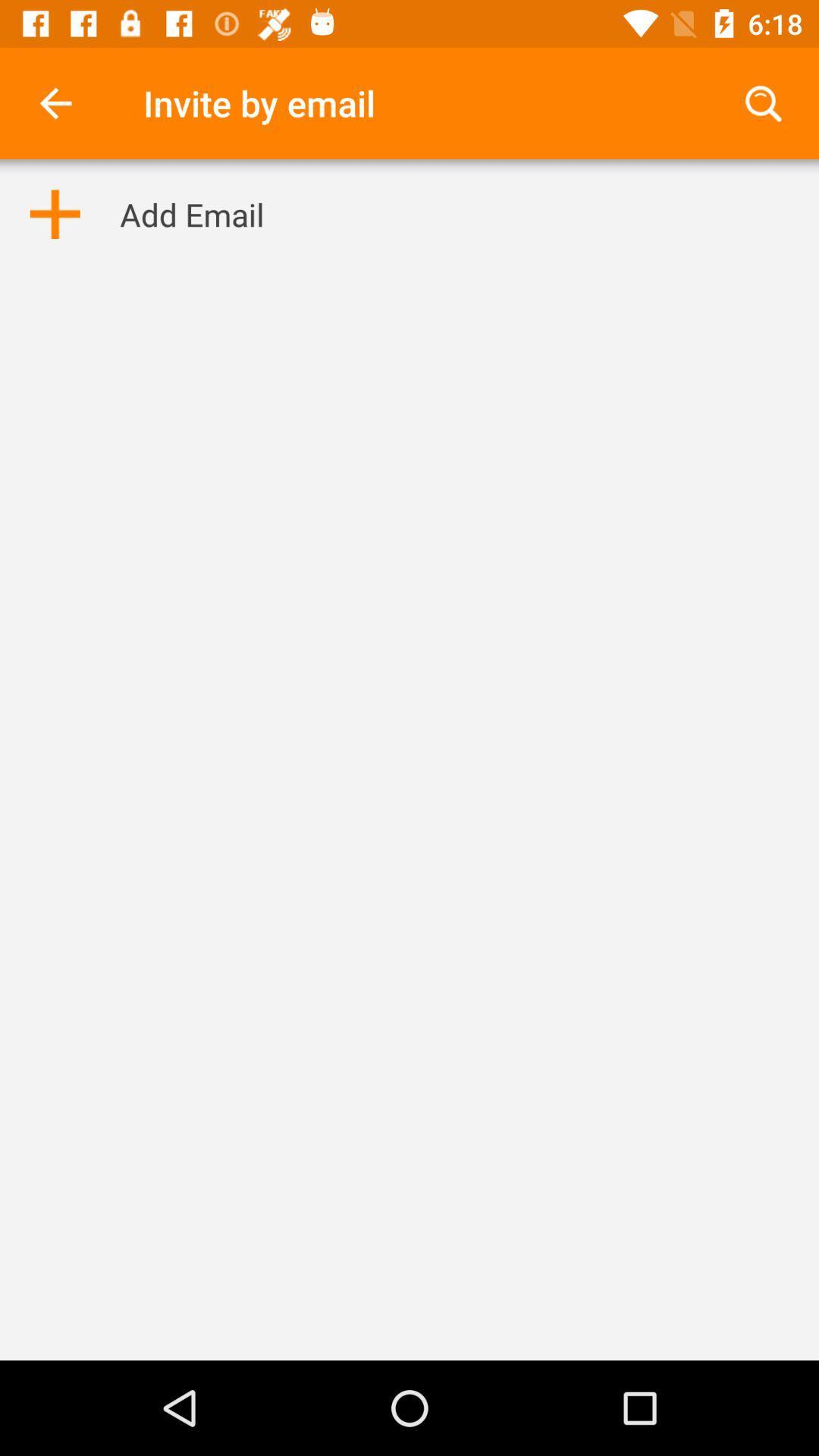 The width and height of the screenshot is (819, 1456). What do you see at coordinates (763, 102) in the screenshot?
I see `the item at the top right corner` at bounding box center [763, 102].